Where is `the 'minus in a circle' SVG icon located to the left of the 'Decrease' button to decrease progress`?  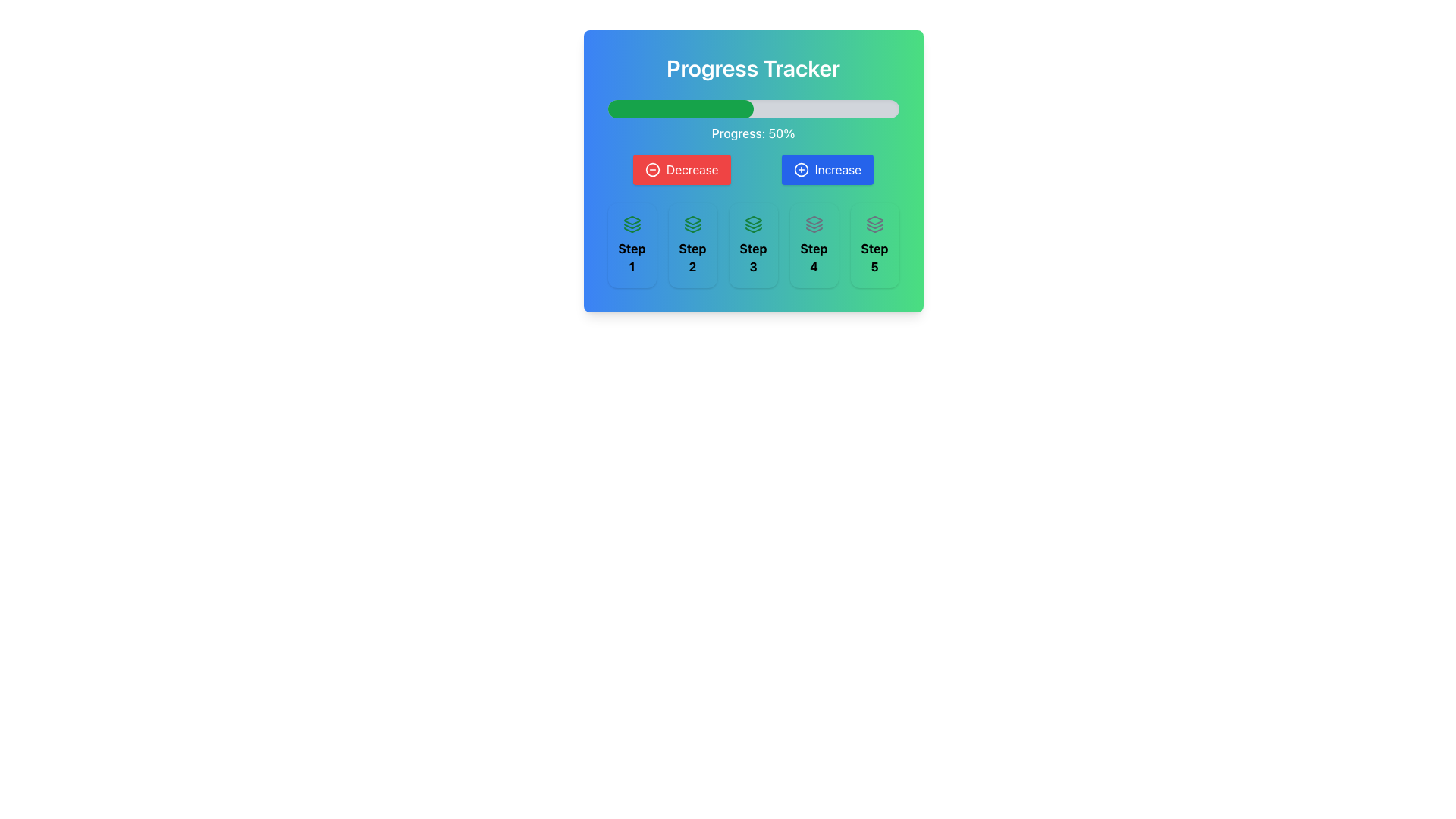 the 'minus in a circle' SVG icon located to the left of the 'Decrease' button to decrease progress is located at coordinates (652, 169).